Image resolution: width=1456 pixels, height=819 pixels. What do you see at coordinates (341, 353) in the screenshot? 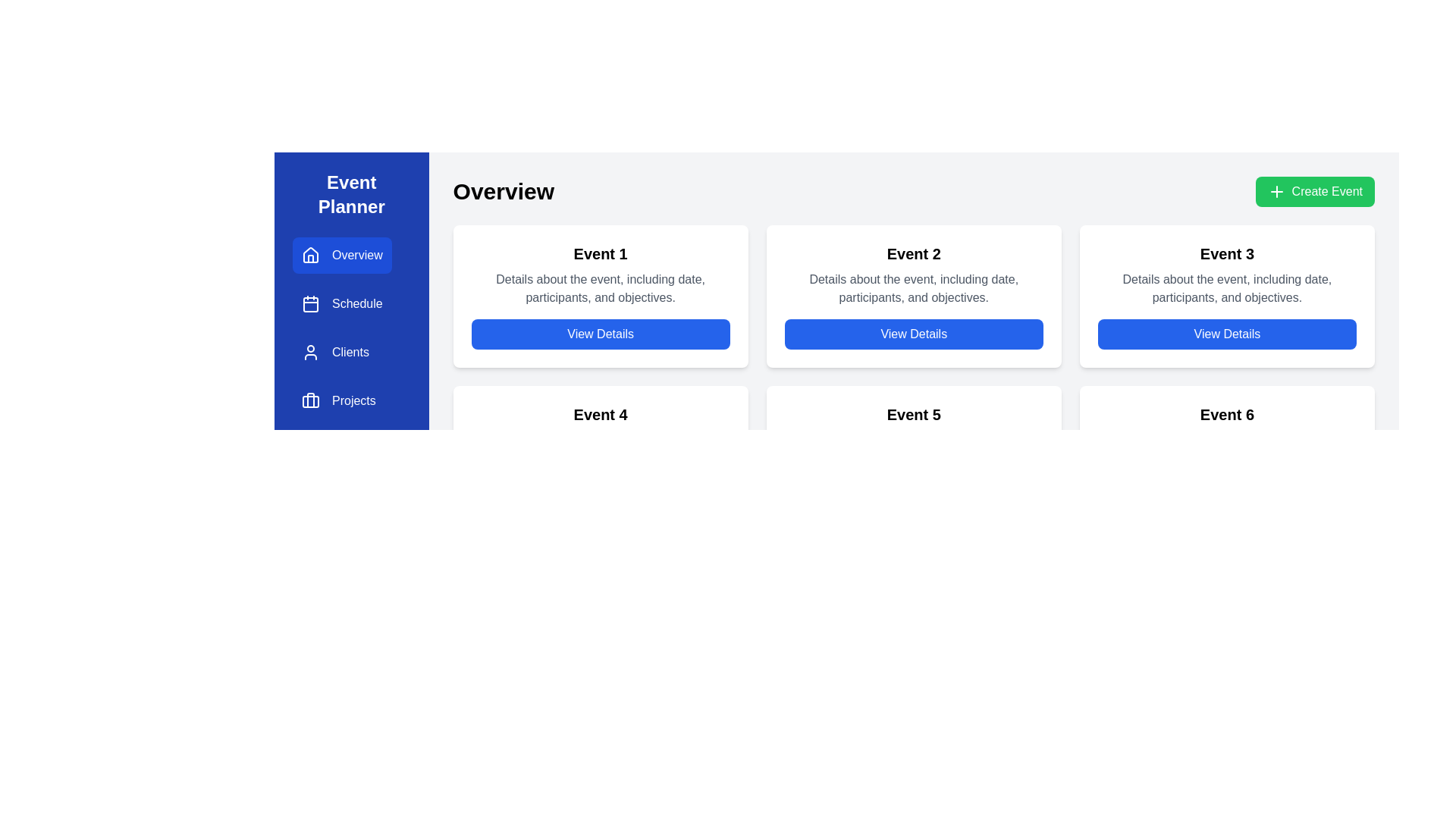
I see `the navigation button located in the sidebar menu, which is the third item from the top` at bounding box center [341, 353].